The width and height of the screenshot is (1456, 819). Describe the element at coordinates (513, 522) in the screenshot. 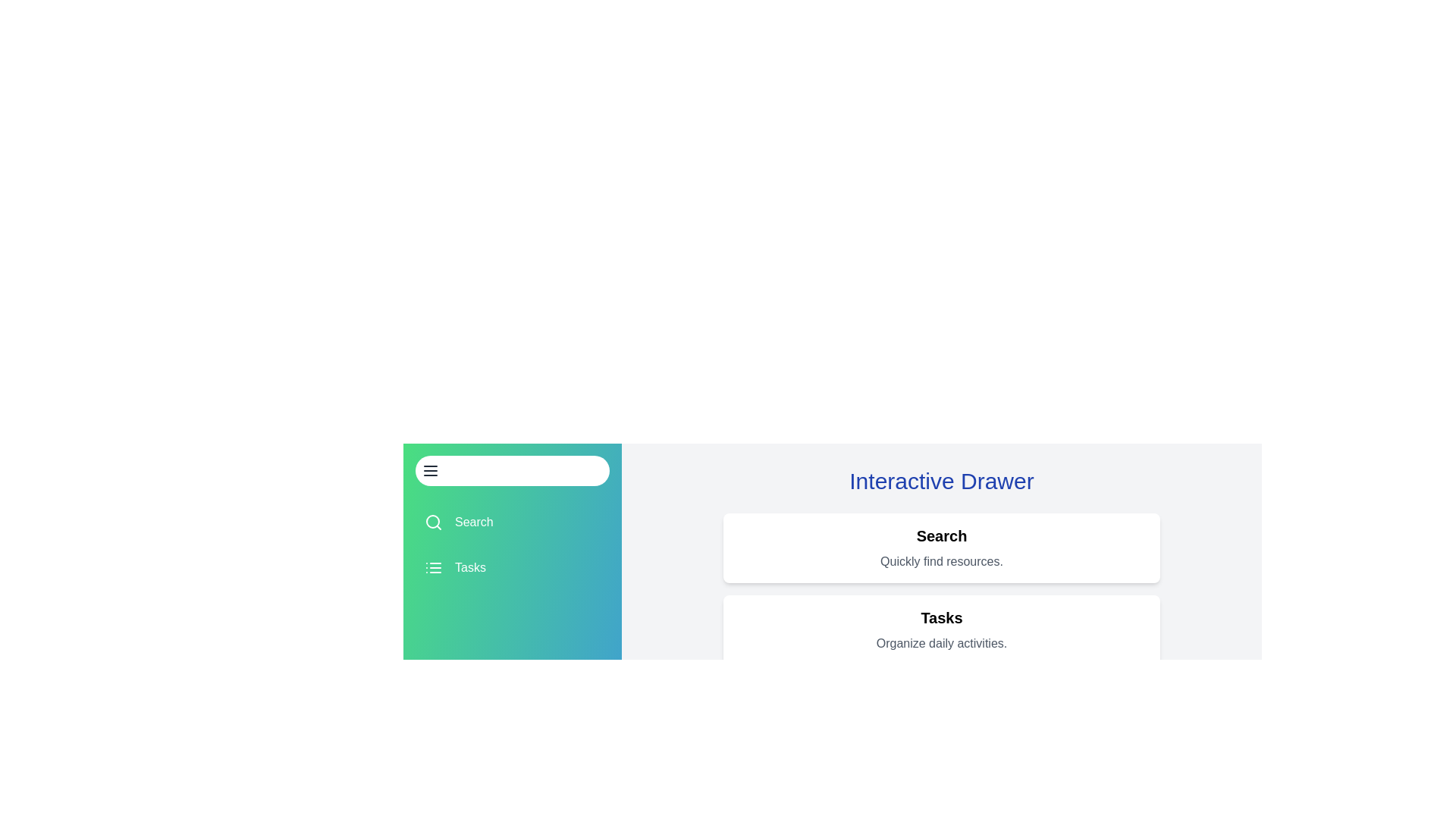

I see `the drawer item Search to observe interaction feedback` at that location.